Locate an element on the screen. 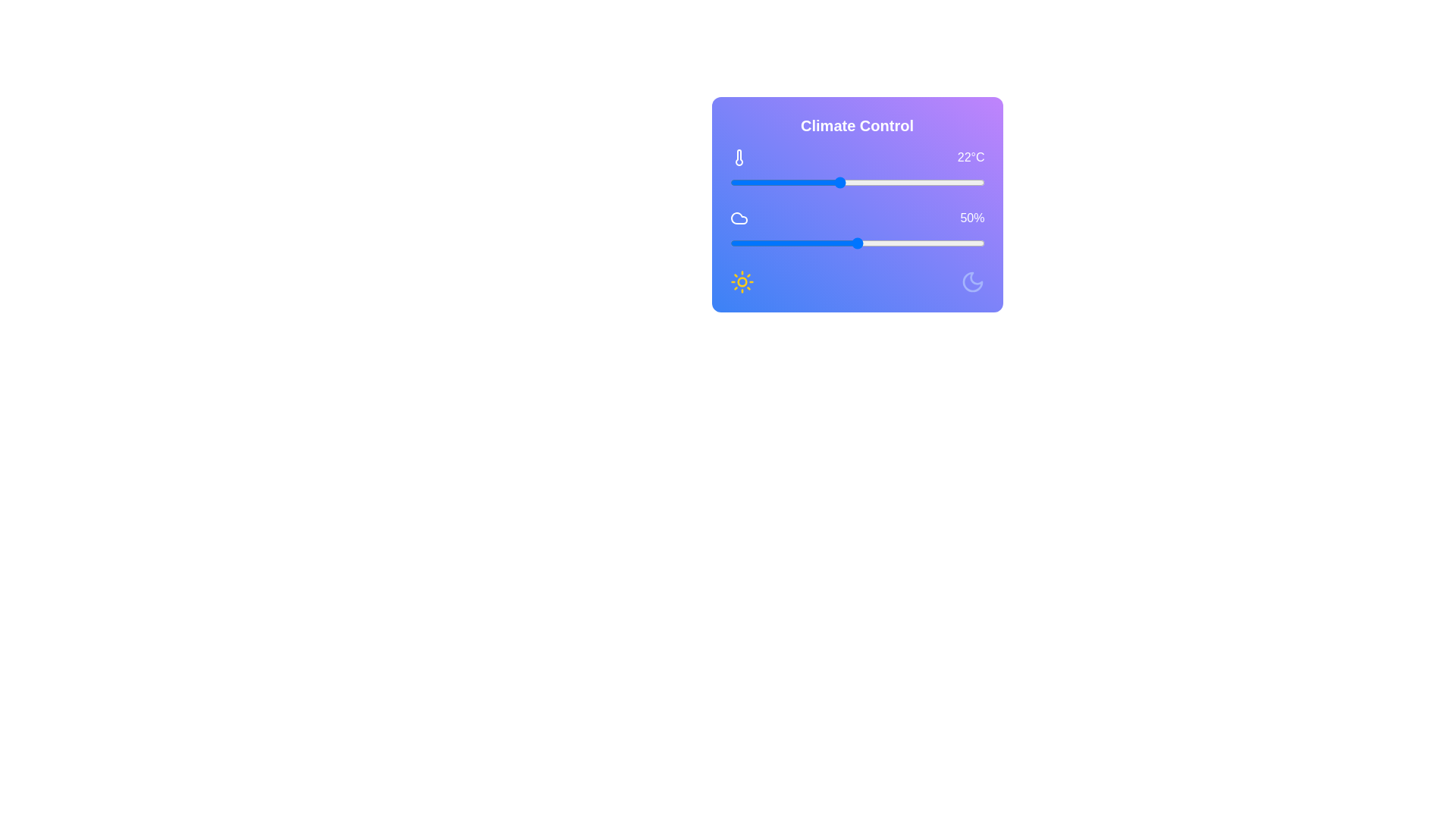 The height and width of the screenshot is (819, 1456). the slider is located at coordinates (941, 242).